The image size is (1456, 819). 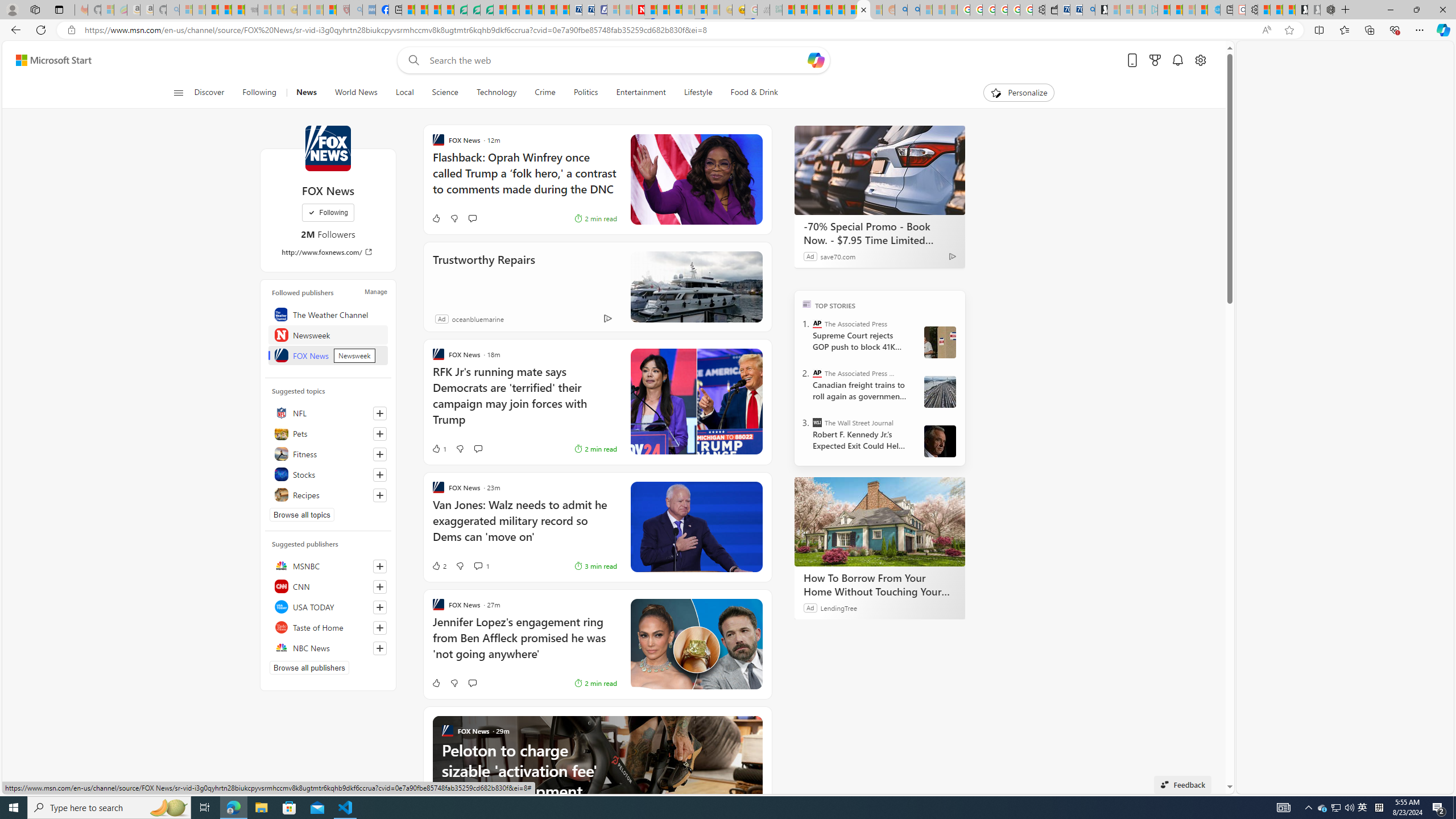 I want to click on 'The Weather Channel', so click(x=327, y=313).